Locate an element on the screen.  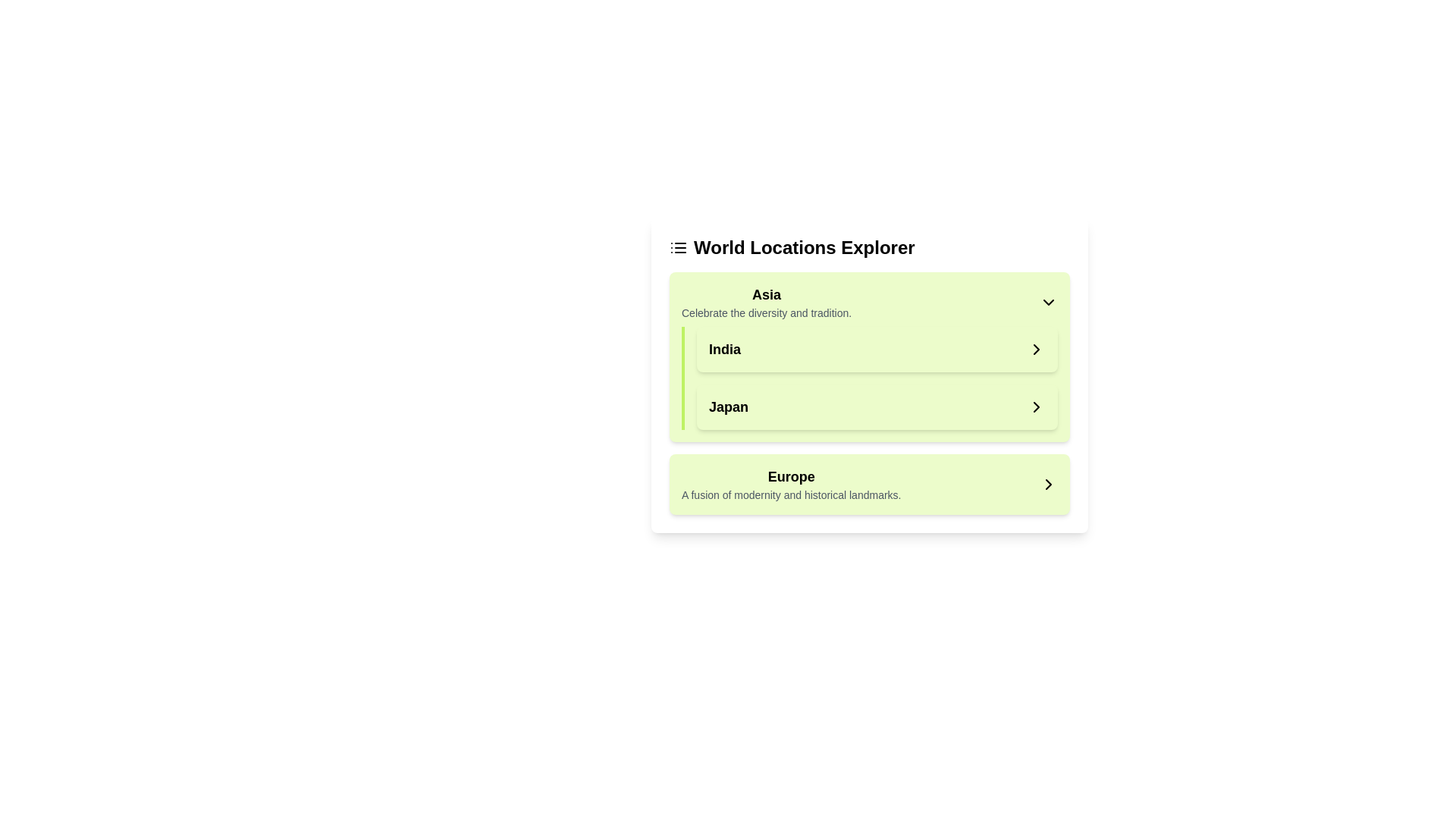
the Informational text header displaying 'Asia' with a light green background and a dropdown arrow on the right is located at coordinates (767, 302).